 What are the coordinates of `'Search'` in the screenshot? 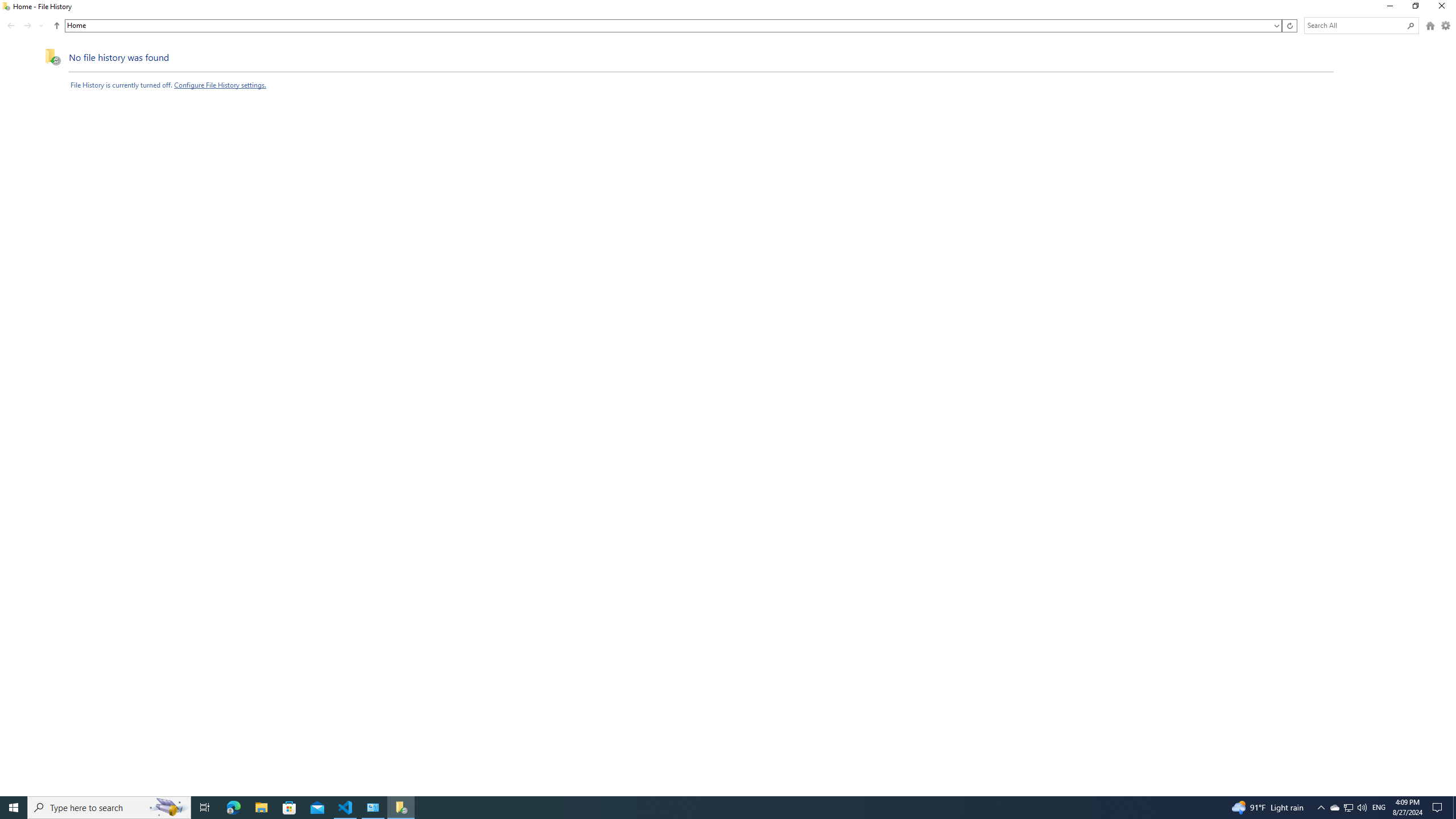 It's located at (1410, 24).